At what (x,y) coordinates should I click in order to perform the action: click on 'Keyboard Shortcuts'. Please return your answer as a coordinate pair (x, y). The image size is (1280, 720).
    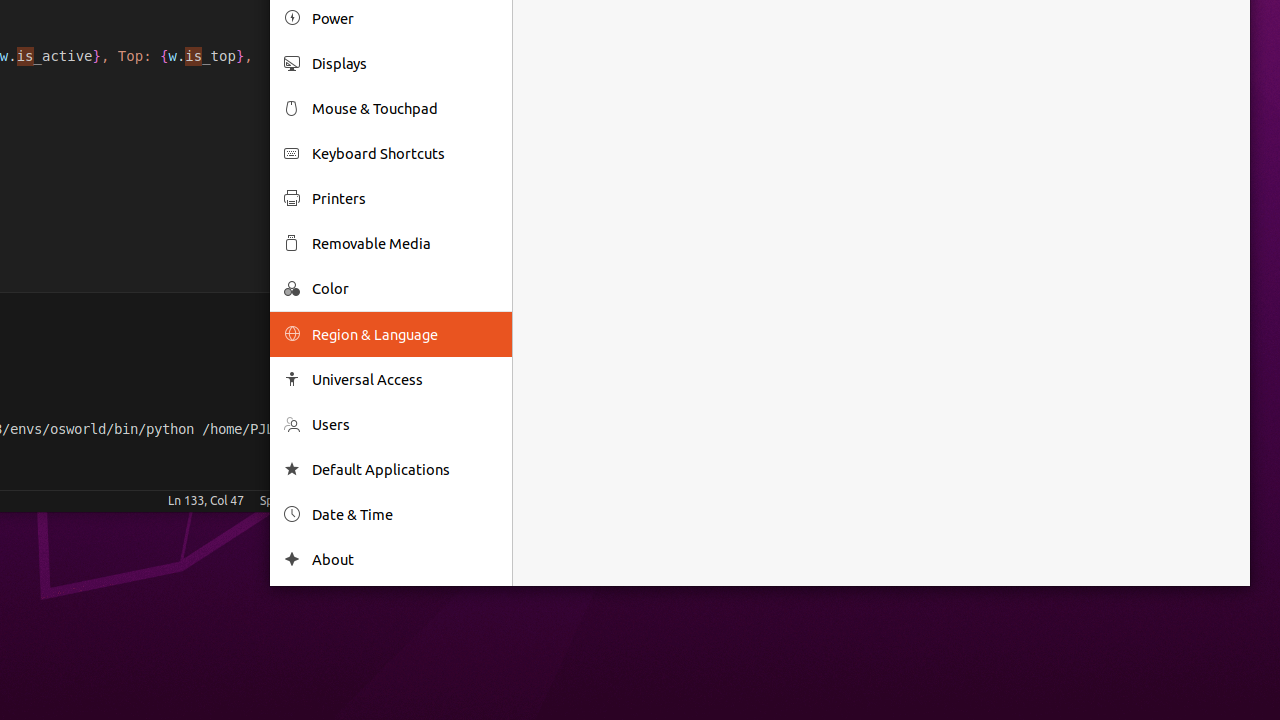
    Looking at the image, I should click on (403, 152).